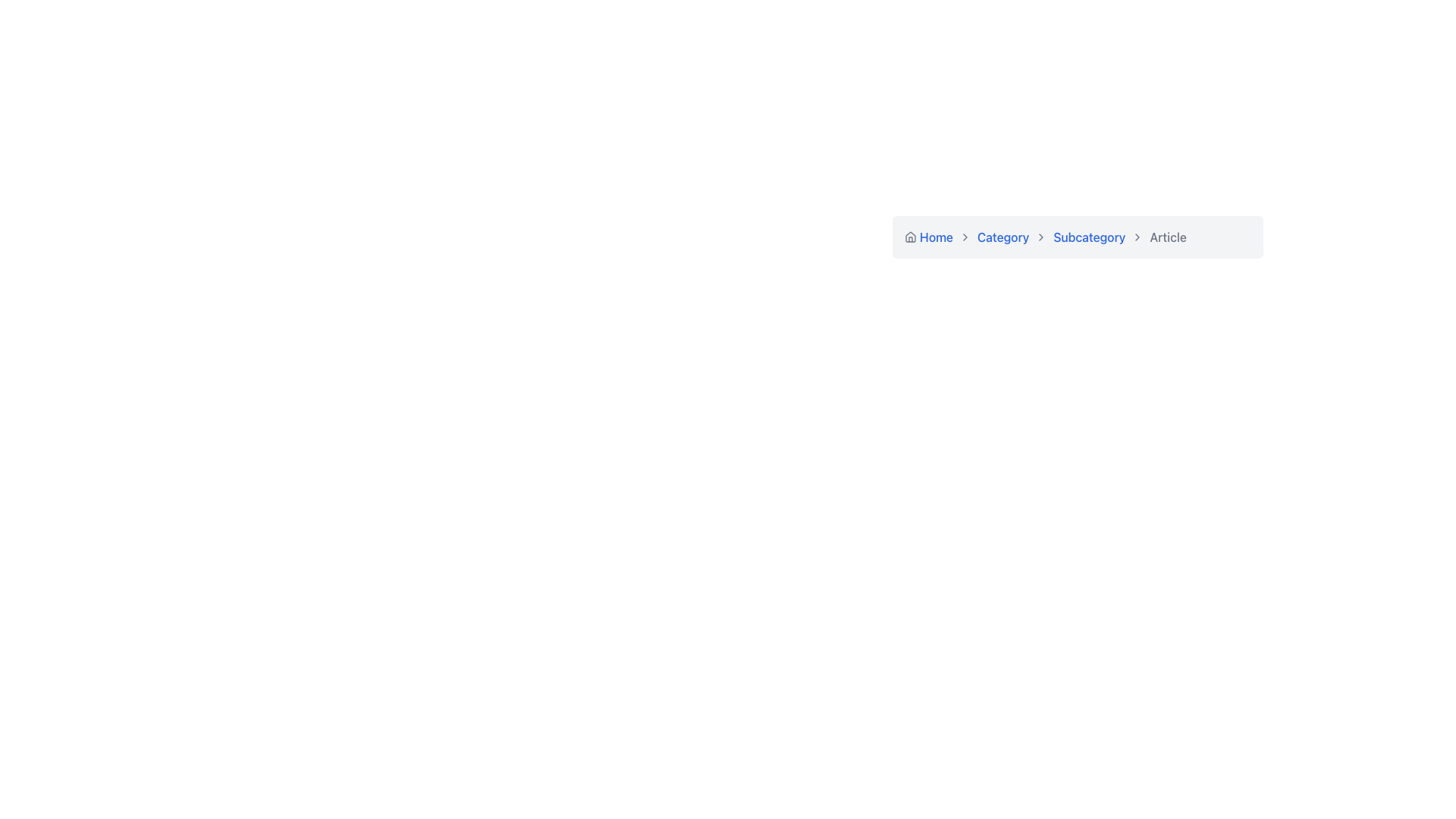 The image size is (1456, 819). I want to click on the 'Home' text link in the breadcrumb navigation bar, so click(935, 237).